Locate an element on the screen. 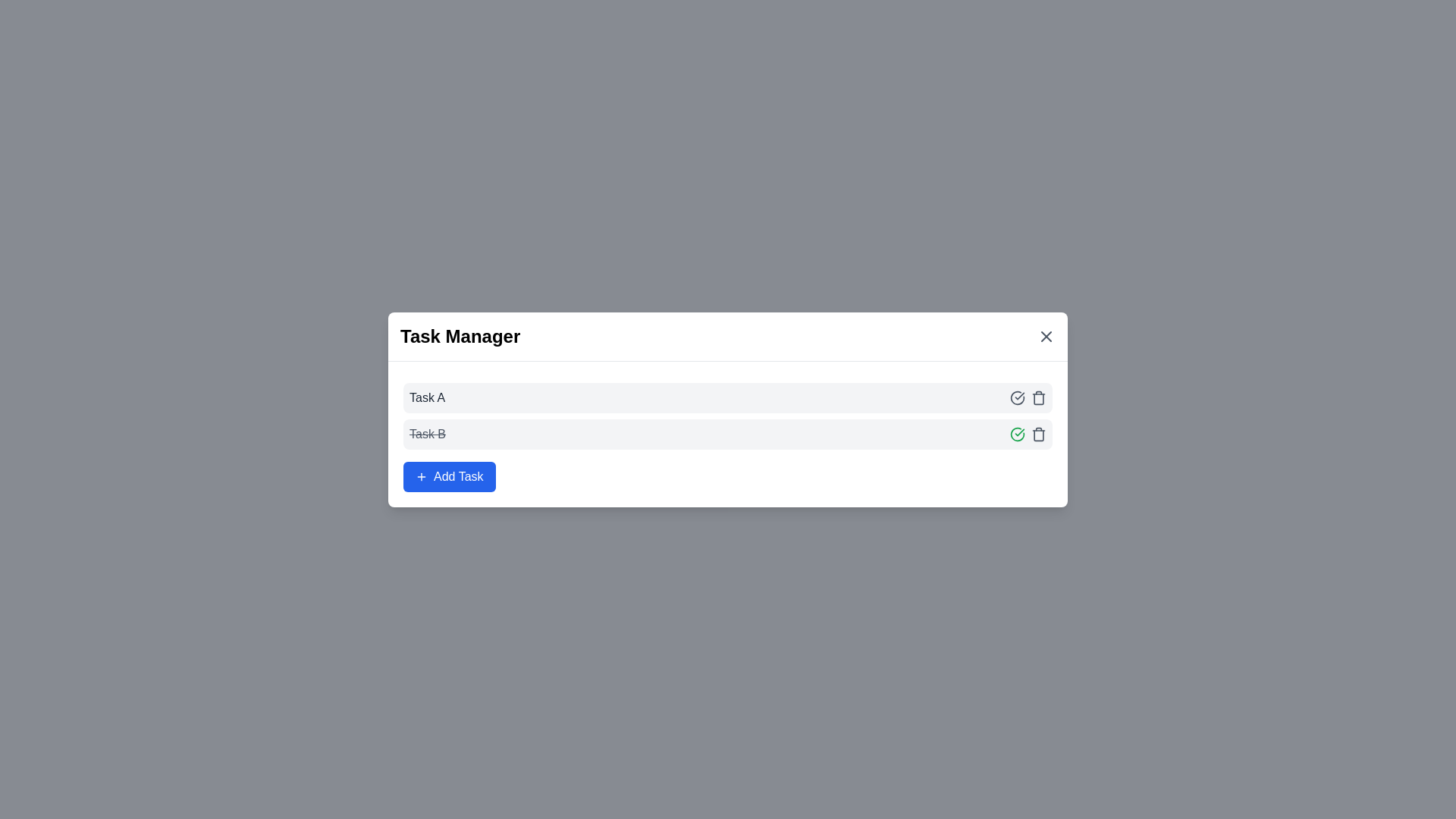 Image resolution: width=1456 pixels, height=819 pixels. the trash can icon button located in the bottom right corner of the task row labeled 'Task A' is located at coordinates (1037, 434).